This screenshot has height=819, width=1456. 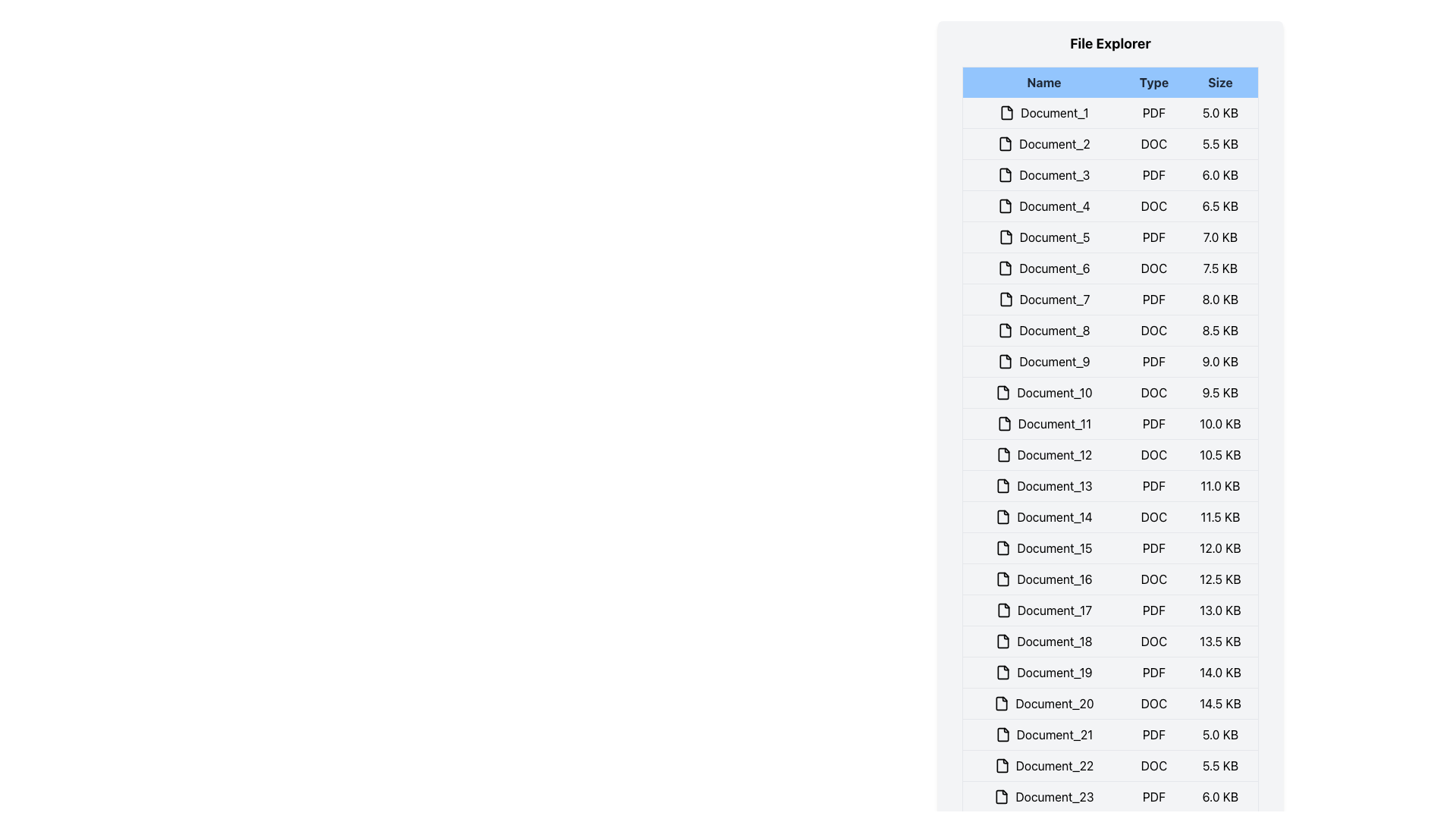 What do you see at coordinates (1002, 766) in the screenshot?
I see `the small monochrome document icon located to the left of the text 'Document_22' in the file listing interface` at bounding box center [1002, 766].